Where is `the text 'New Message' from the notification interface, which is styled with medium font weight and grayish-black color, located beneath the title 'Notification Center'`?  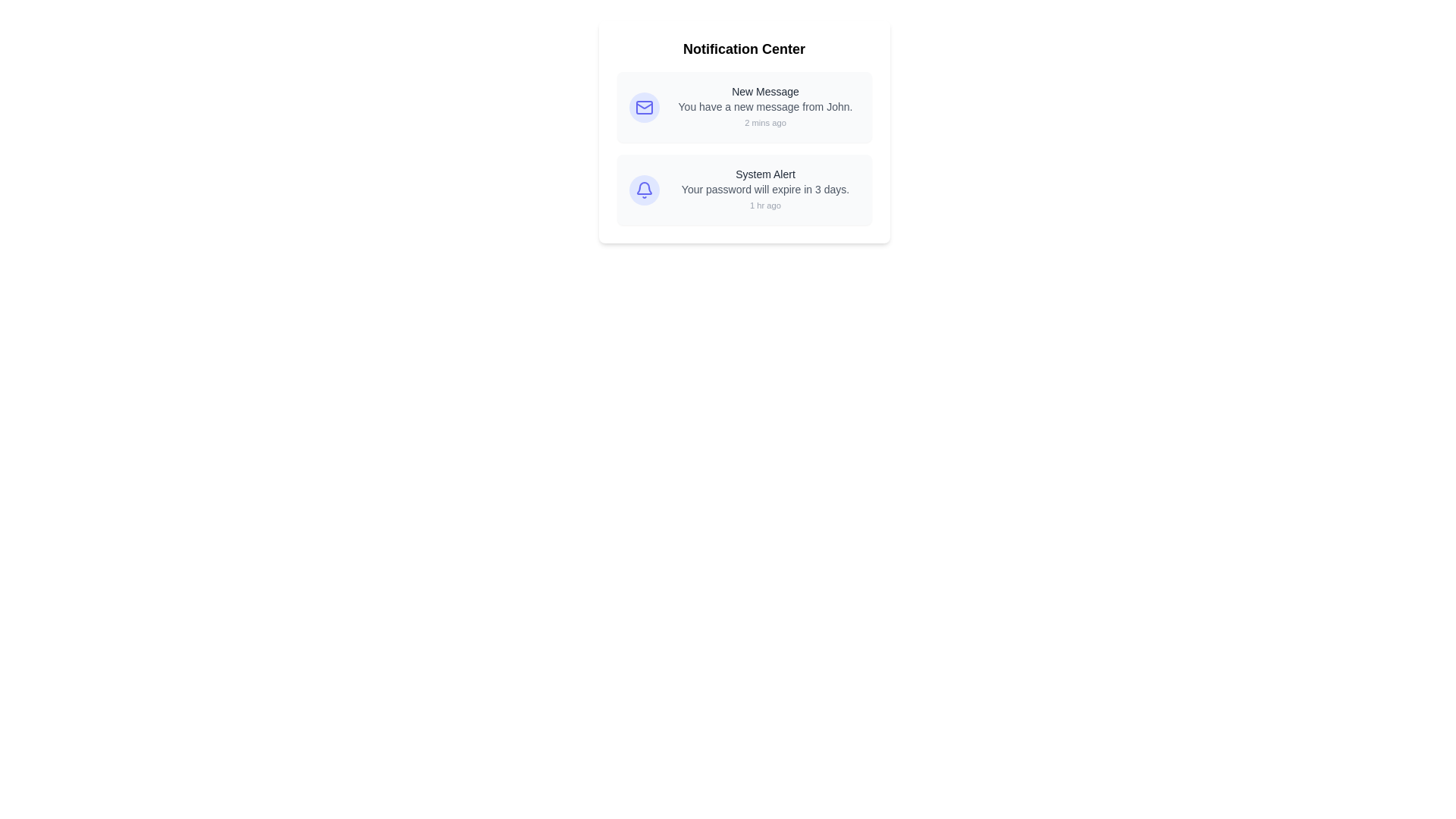 the text 'New Message' from the notification interface, which is styled with medium font weight and grayish-black color, located beneath the title 'Notification Center' is located at coordinates (765, 91).